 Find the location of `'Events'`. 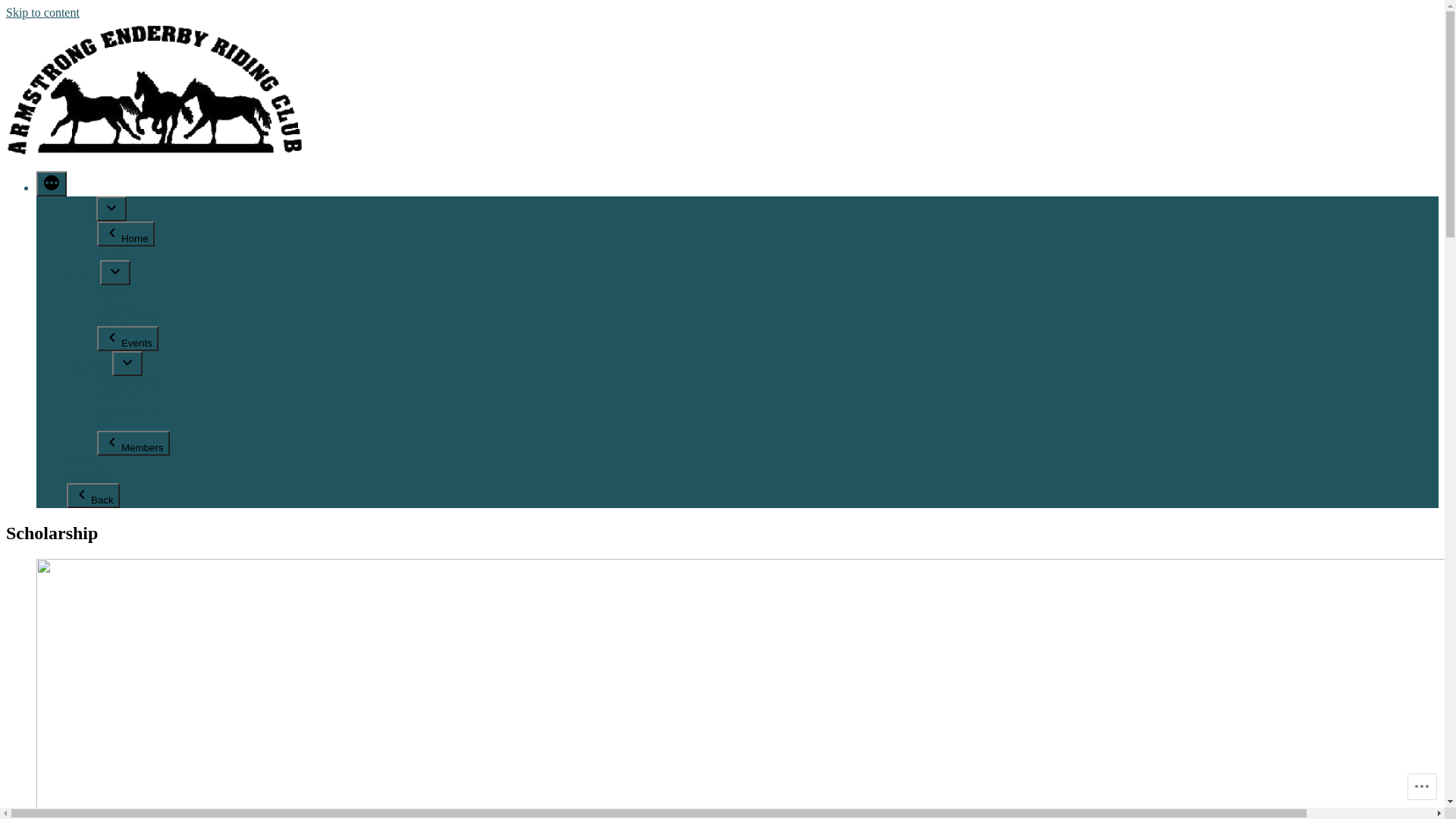

'Events' is located at coordinates (83, 276).